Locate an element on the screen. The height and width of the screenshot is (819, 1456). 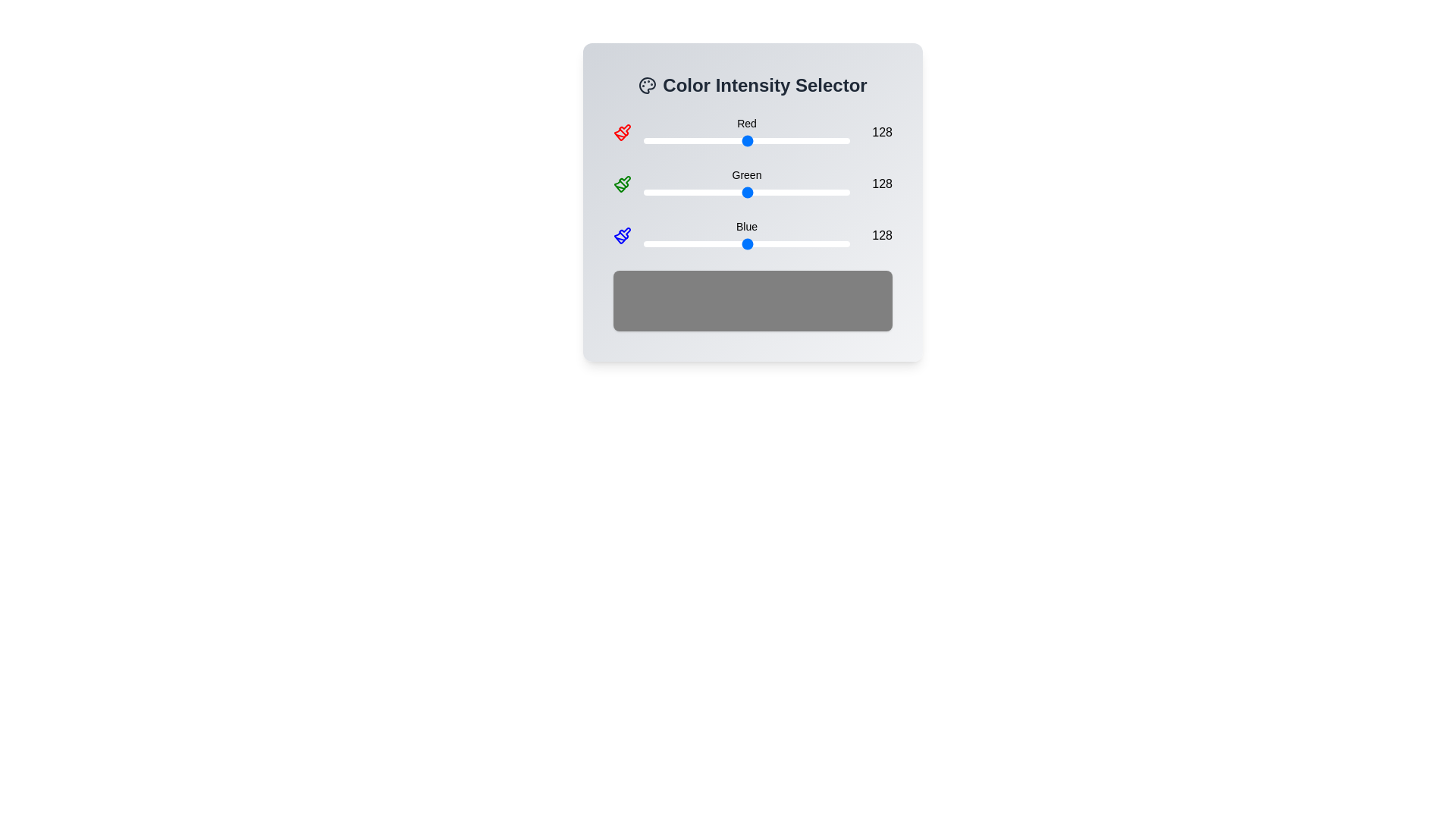
the red icon located to the left of the 'Red' label, which indicates the slider's functionality is located at coordinates (622, 131).